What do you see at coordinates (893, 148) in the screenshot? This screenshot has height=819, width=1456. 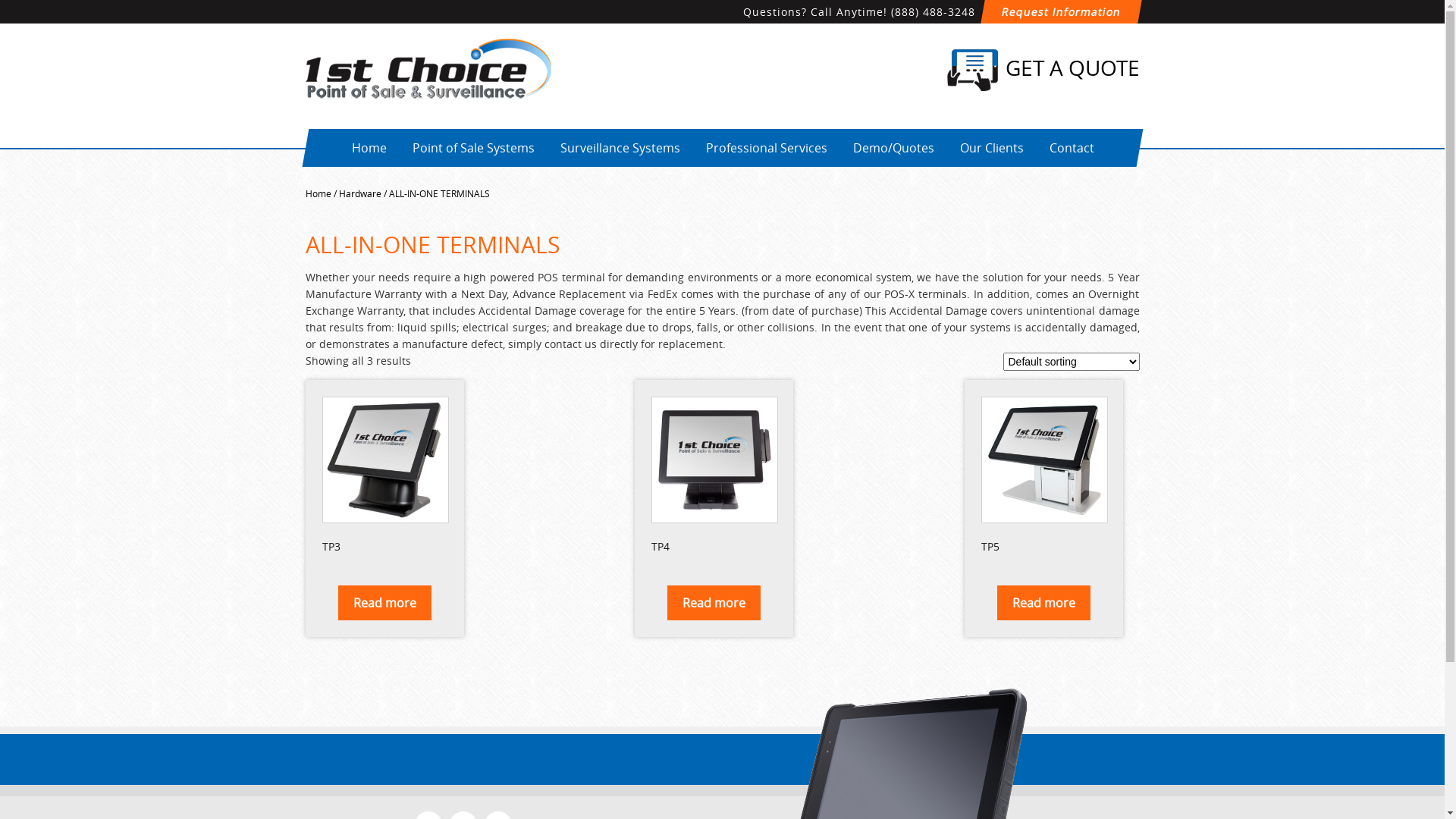 I see `'Demo/Quotes'` at bounding box center [893, 148].